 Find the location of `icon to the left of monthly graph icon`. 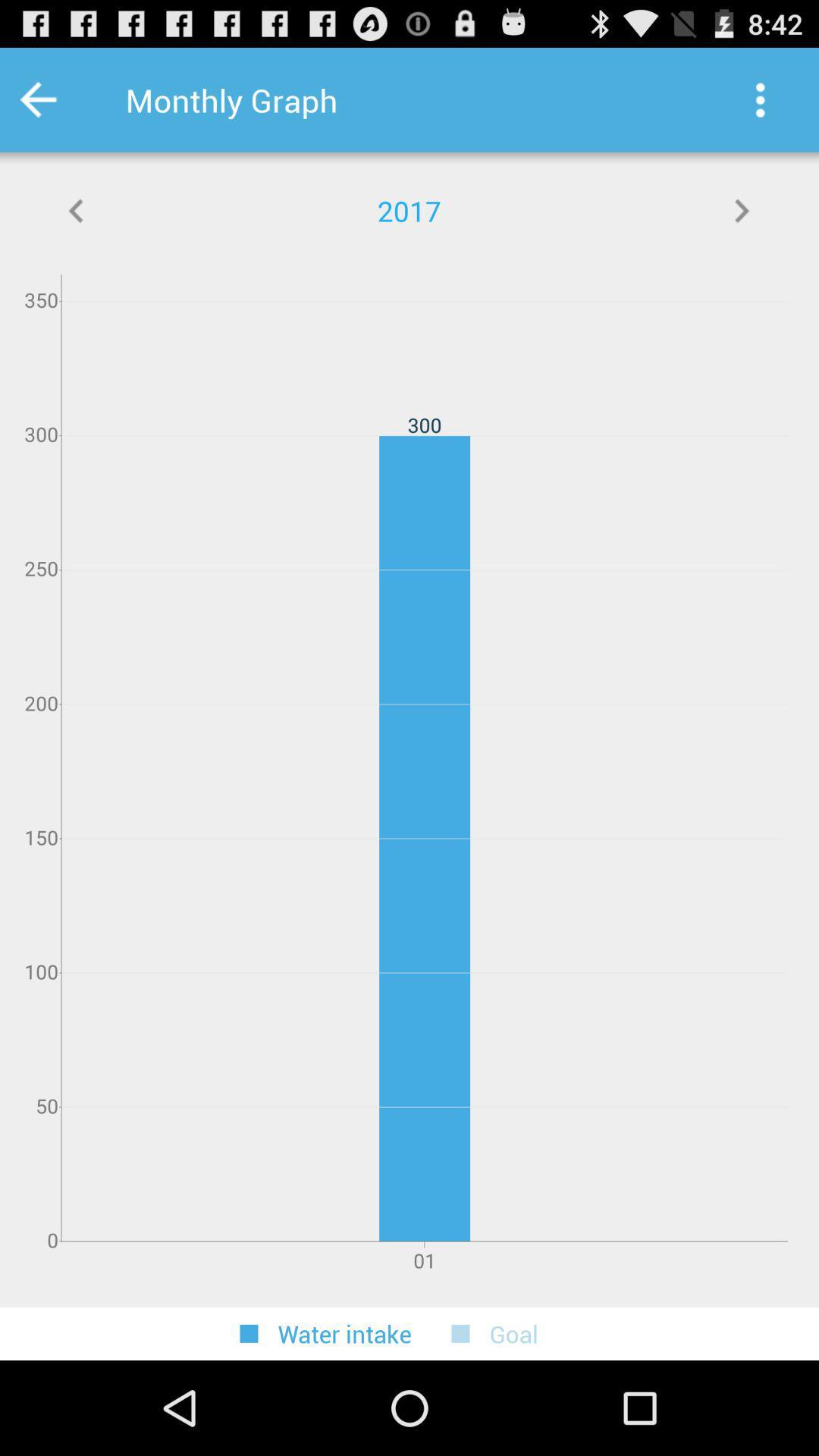

icon to the left of monthly graph icon is located at coordinates (58, 99).